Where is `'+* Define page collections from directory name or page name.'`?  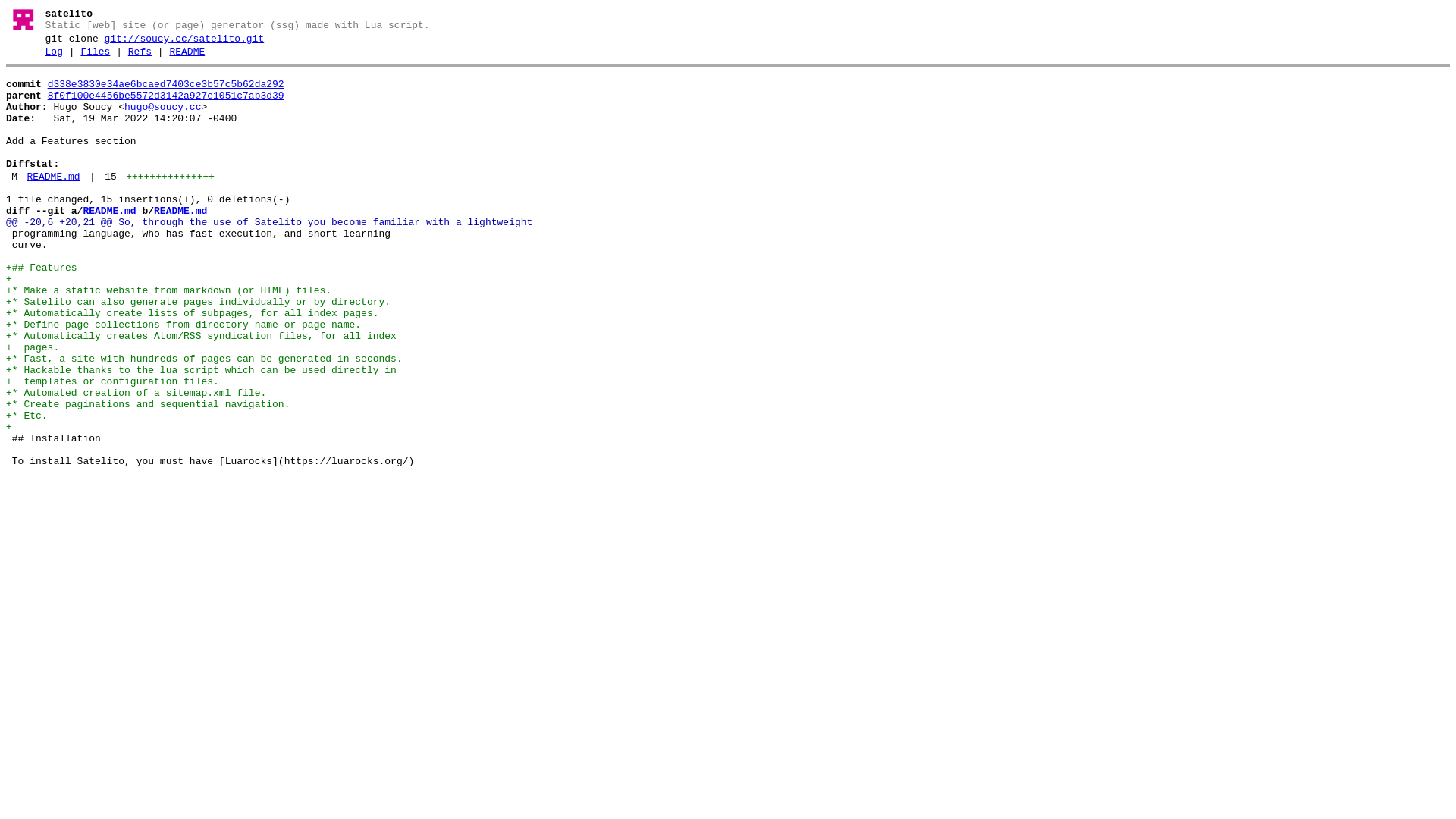 '+* Define page collections from directory name or page name.' is located at coordinates (182, 323).